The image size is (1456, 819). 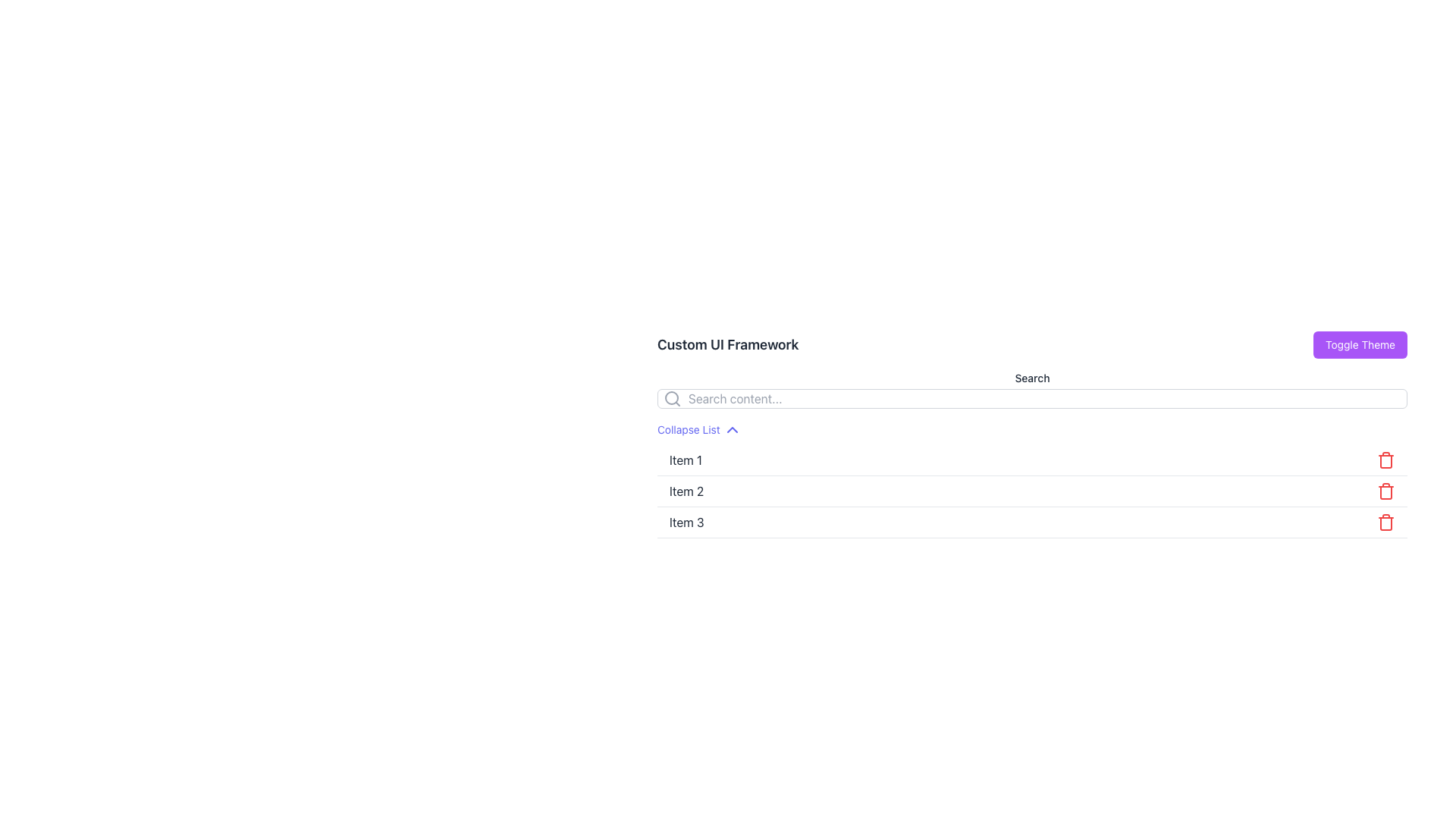 I want to click on the magnifying glass icon located inside the search bar, positioned on the left side of the input field, so click(x=672, y=397).